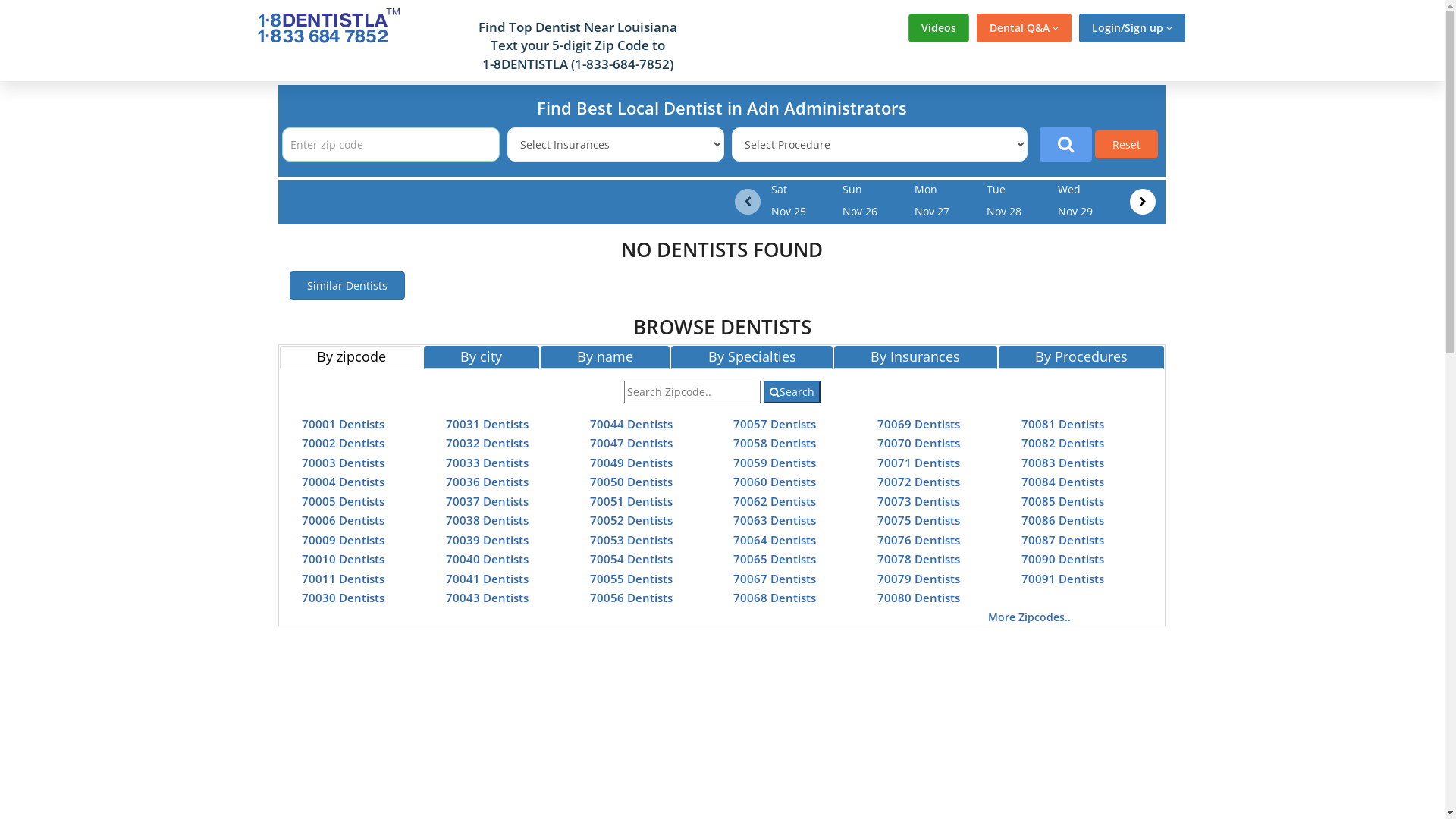 The width and height of the screenshot is (1456, 819). Describe the element at coordinates (631, 423) in the screenshot. I see `'70044 Dentists'` at that location.